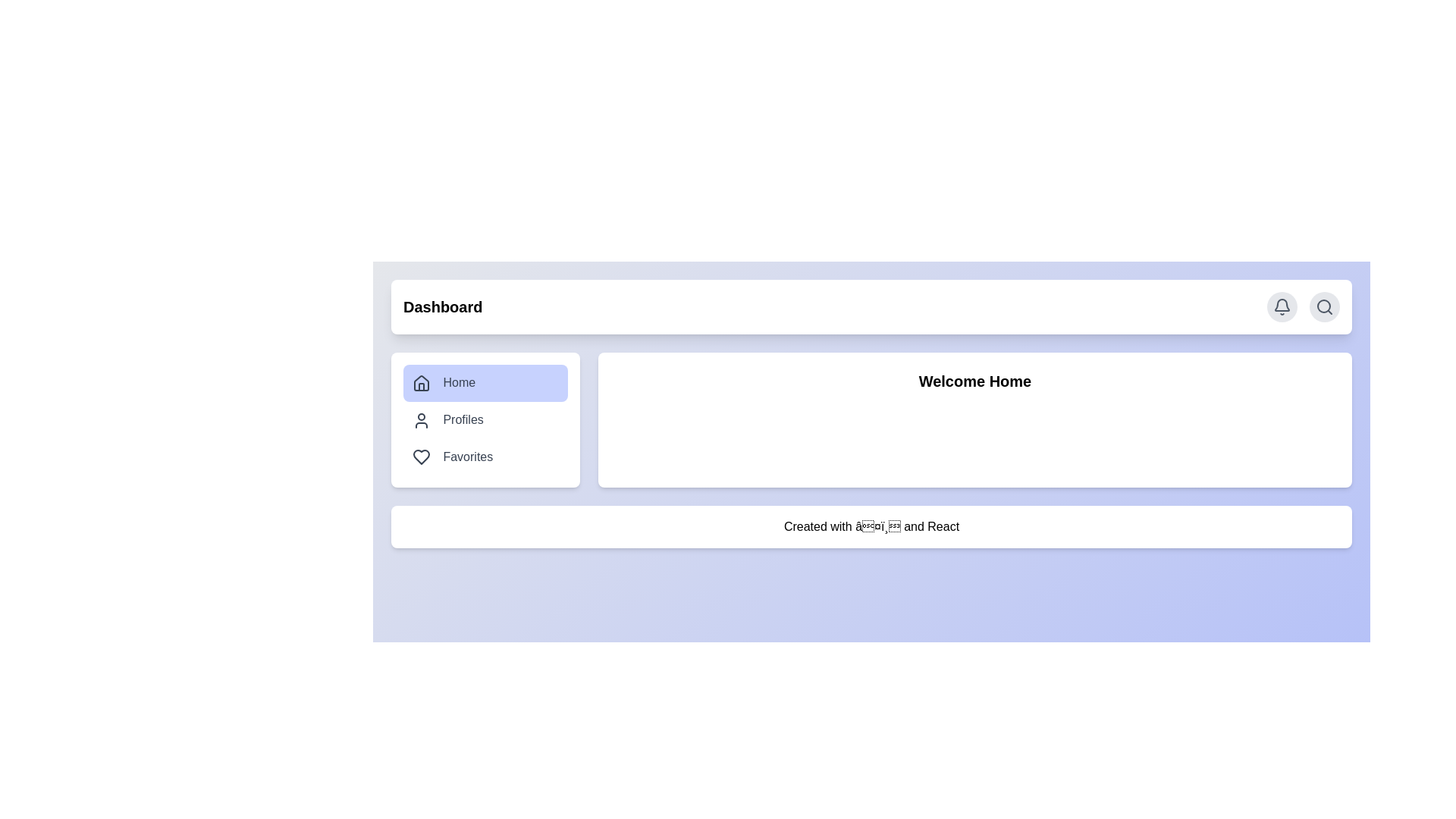 This screenshot has height=819, width=1456. I want to click on the second button in the top-right corner of the layout, which is located to the right of the bell icon button, so click(1324, 307).